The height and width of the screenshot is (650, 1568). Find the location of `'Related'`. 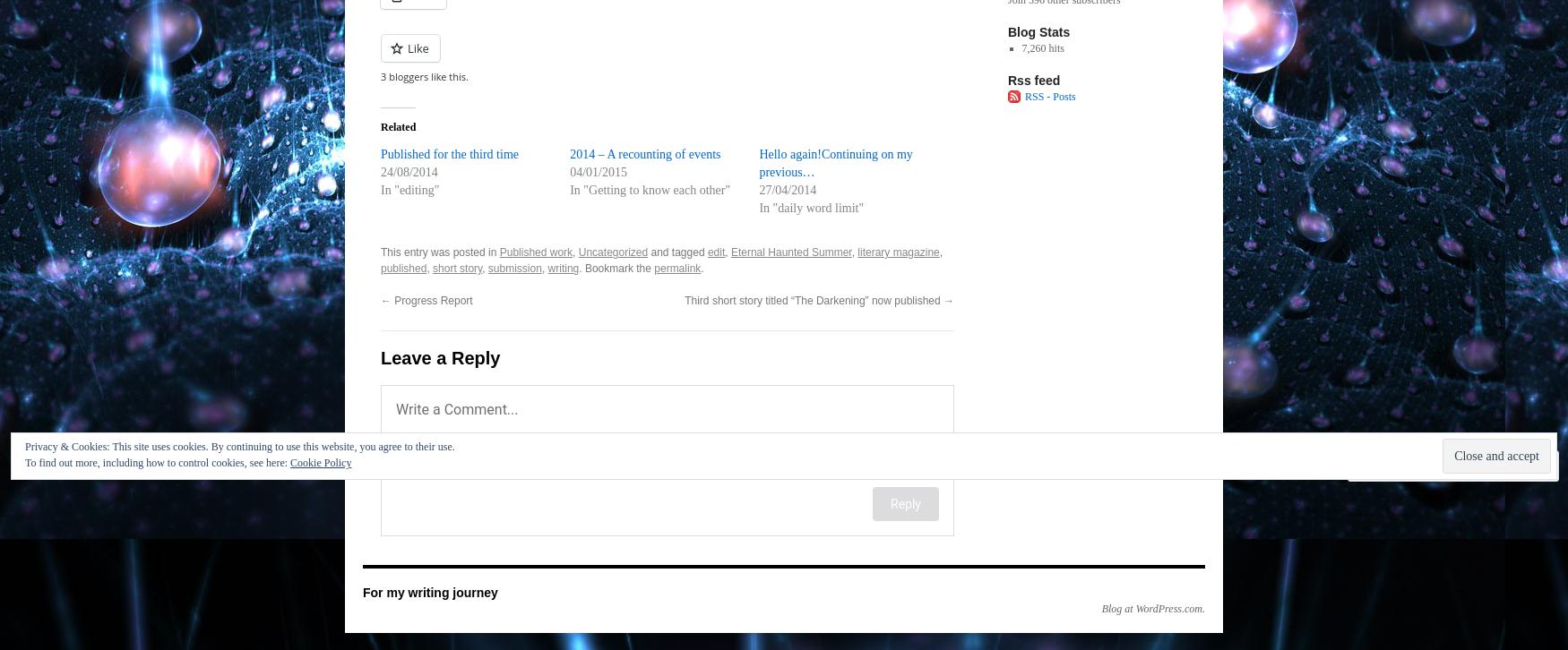

'Related' is located at coordinates (398, 127).